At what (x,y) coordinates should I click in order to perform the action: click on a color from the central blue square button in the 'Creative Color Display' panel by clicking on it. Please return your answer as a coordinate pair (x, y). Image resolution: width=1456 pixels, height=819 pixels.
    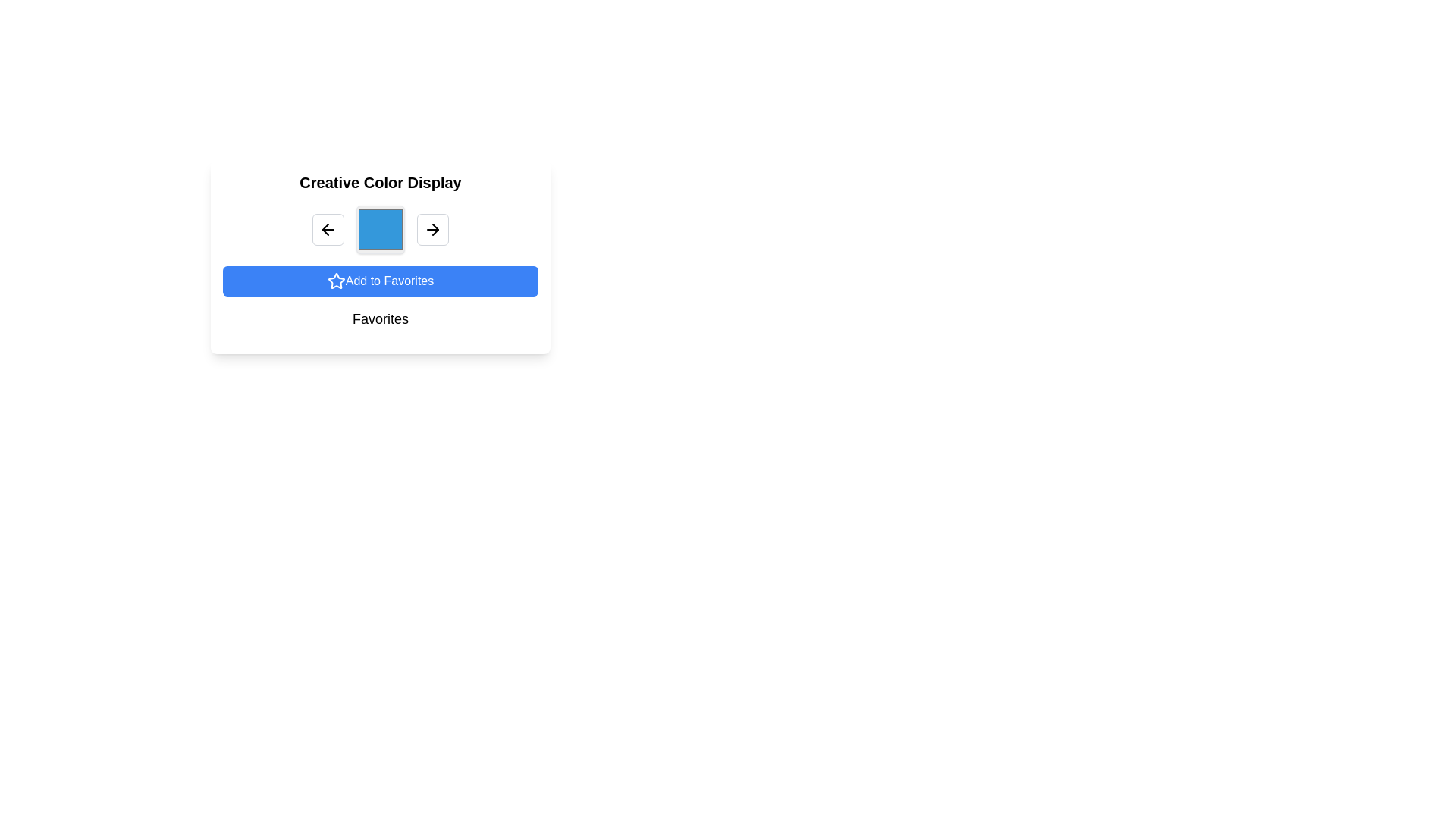
    Looking at the image, I should click on (381, 230).